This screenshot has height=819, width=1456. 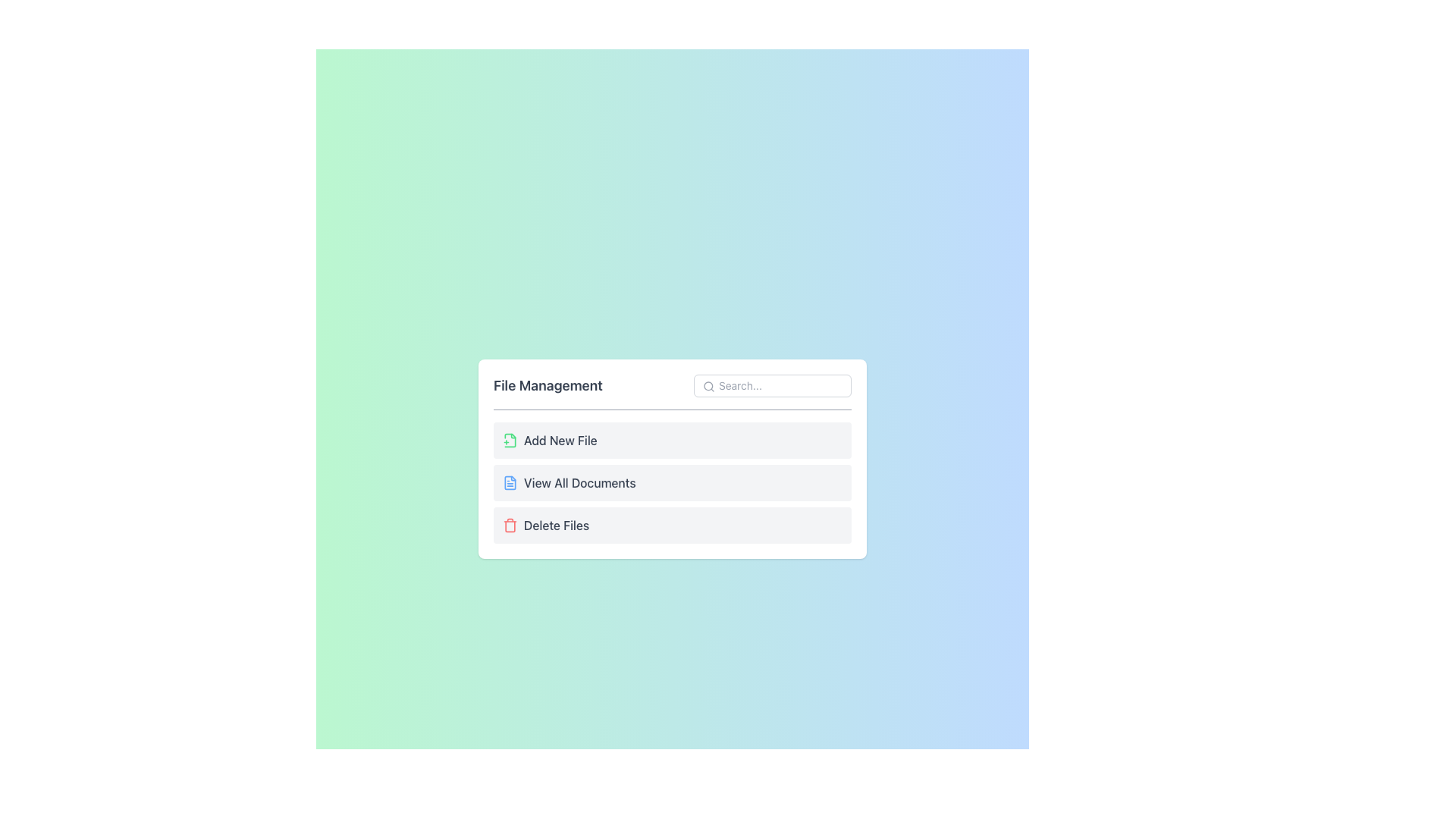 I want to click on the blue outlined document icon representing the 'View All Documents' menu item, so click(x=510, y=482).